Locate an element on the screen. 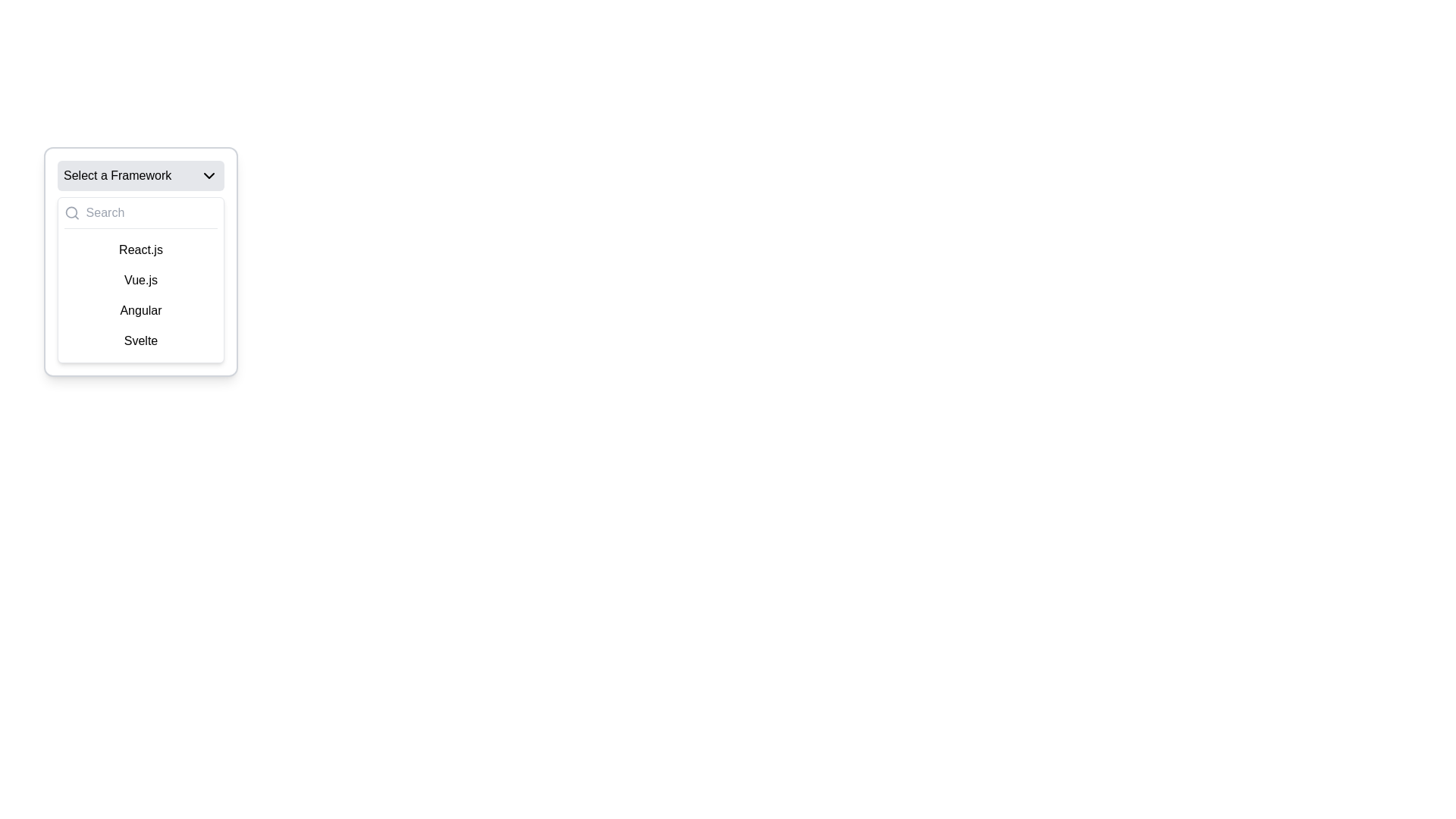  the 'Angular' menu option in the dropdown list is located at coordinates (141, 309).